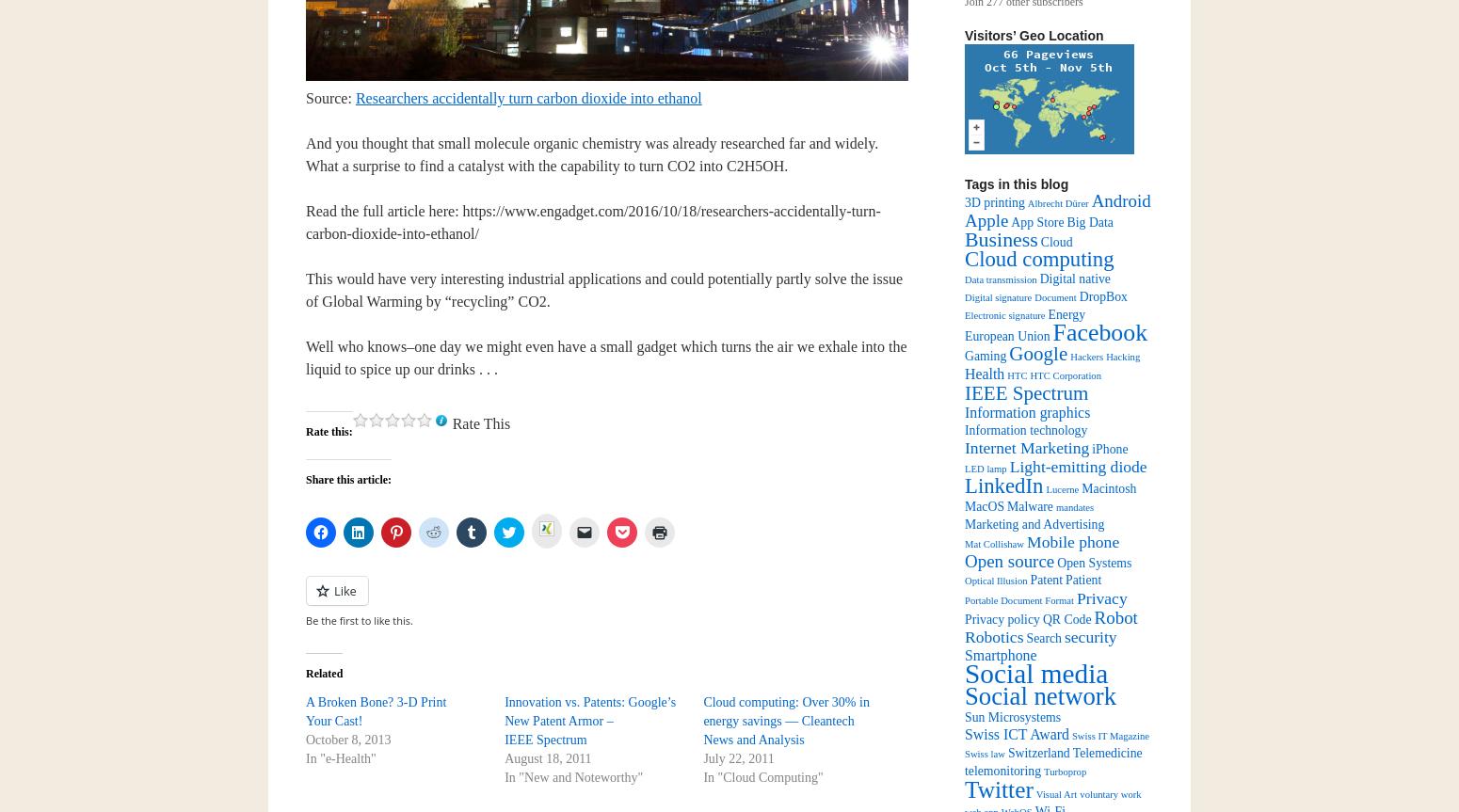 The width and height of the screenshot is (1459, 812). I want to click on 'Cloud computing', so click(965, 258).